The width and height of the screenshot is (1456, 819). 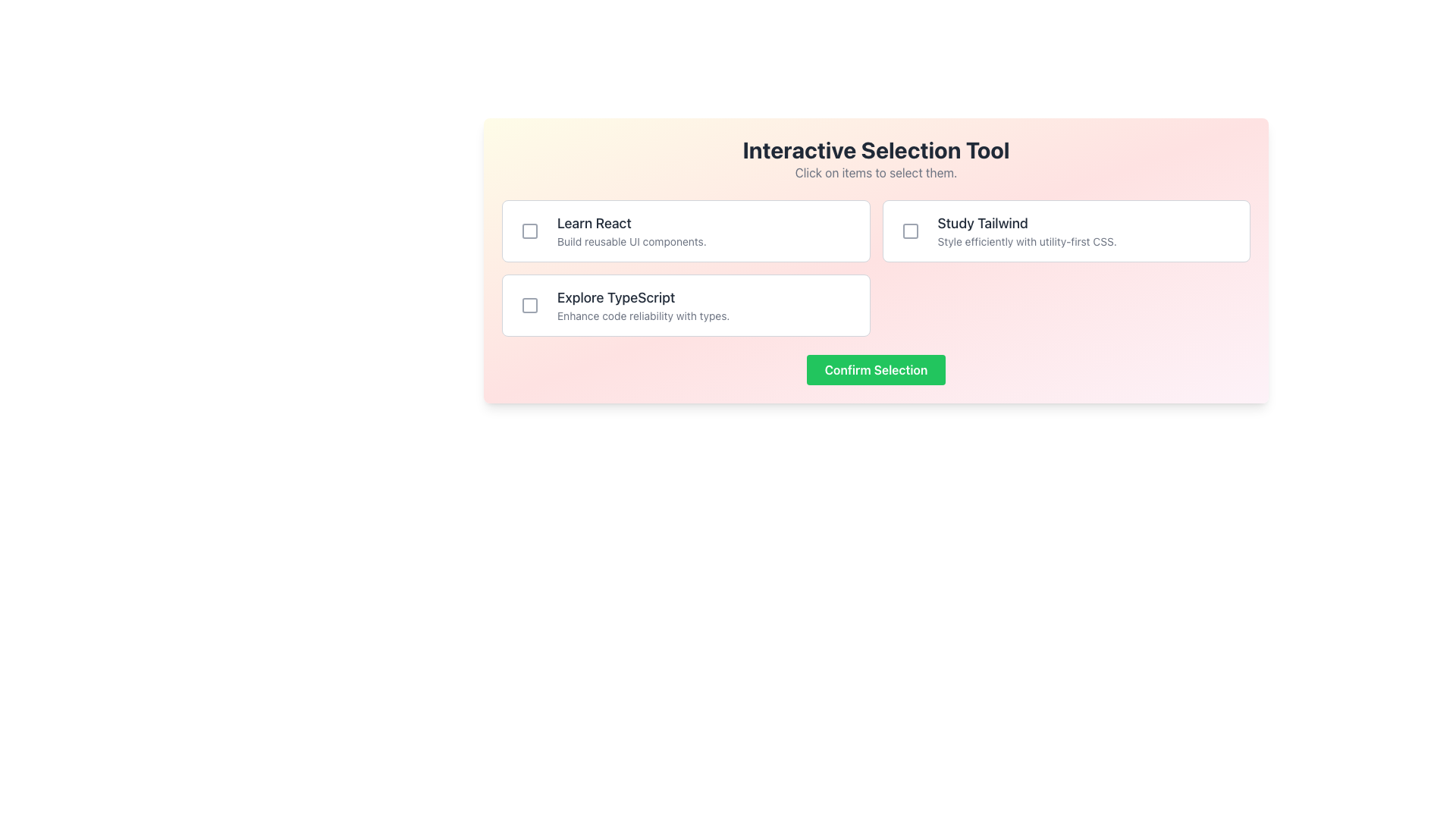 I want to click on the checkbox for the 'Learn React' section, so click(x=530, y=231).